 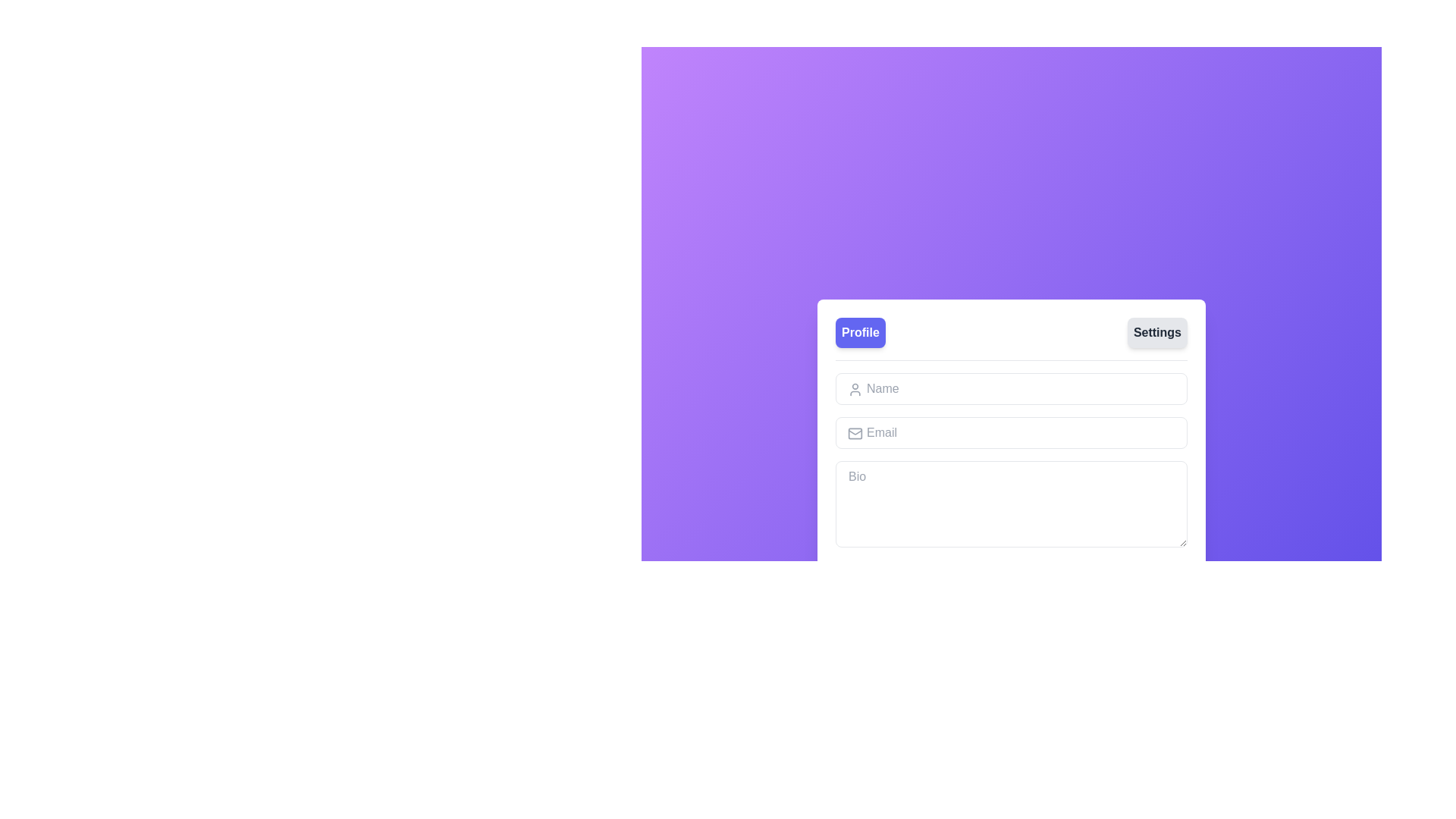 I want to click on the vibrant indigo 'Profile' button with bold white text, so click(x=859, y=332).